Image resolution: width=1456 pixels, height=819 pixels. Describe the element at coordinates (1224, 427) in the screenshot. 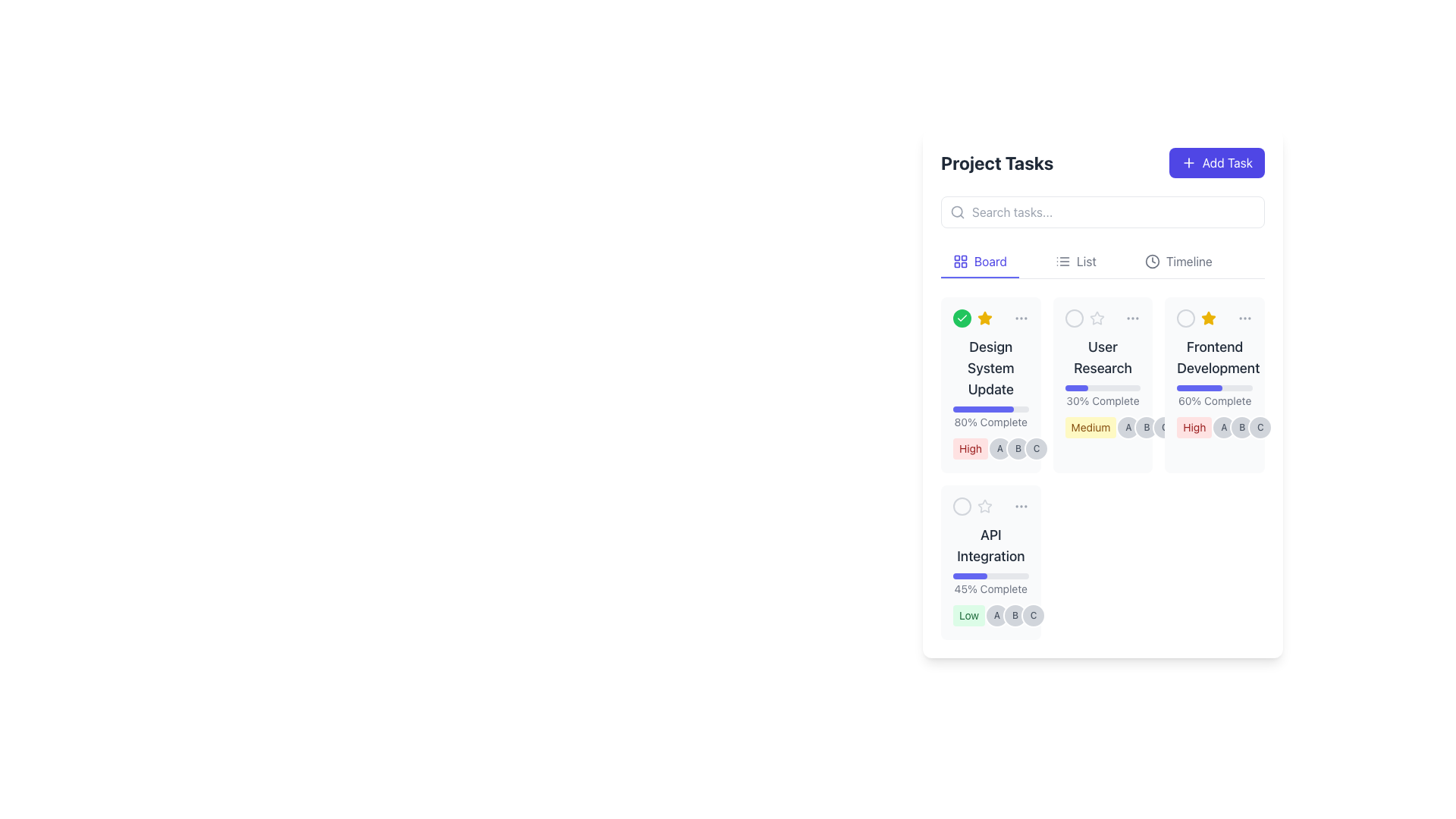

I see `the decorative label or tag that represents an attribute related to the 'Frontend Development' task, positioned next to the 'High' tag` at that location.